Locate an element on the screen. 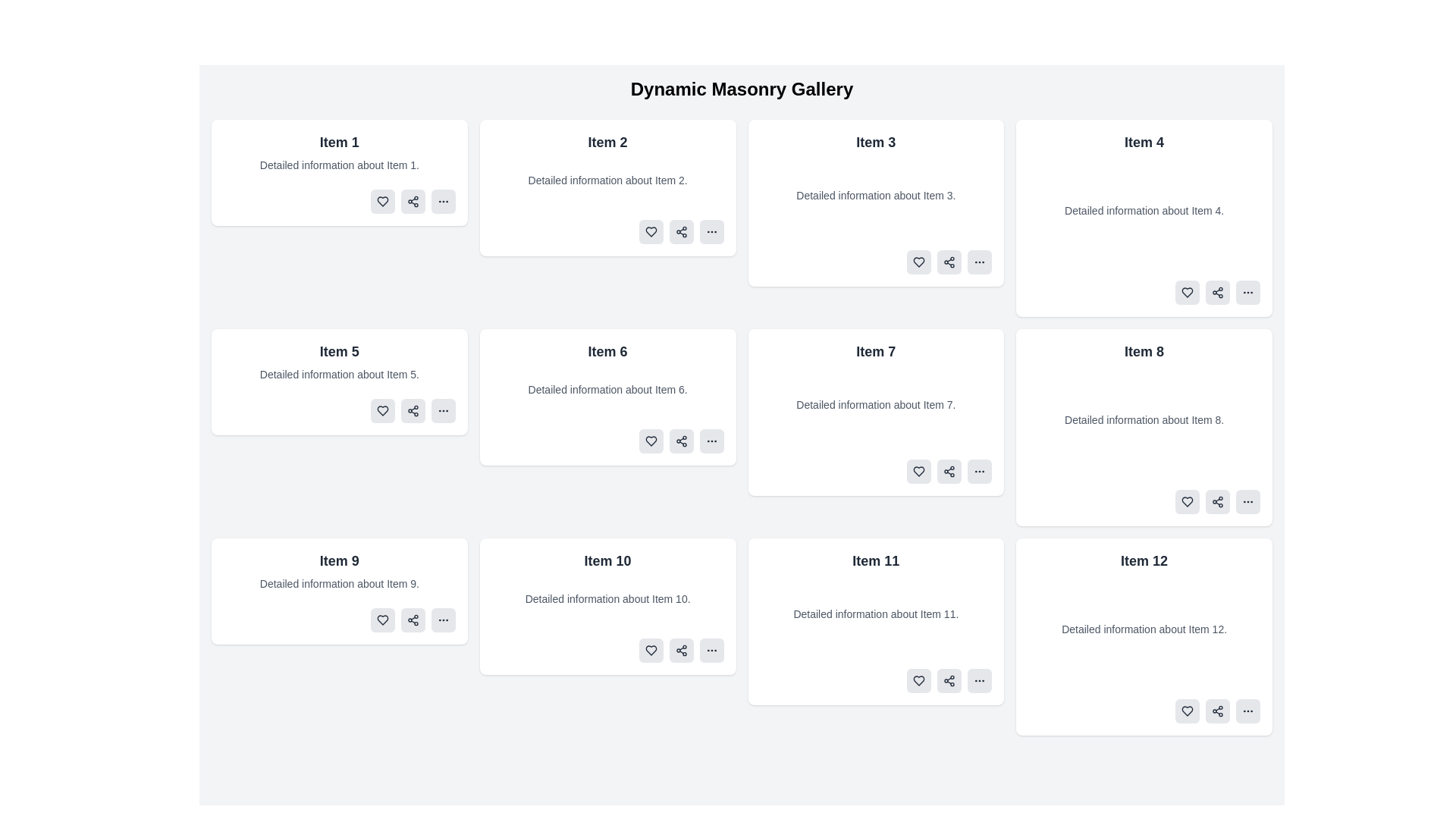  the heart icon in the bottom-left corner of the 'Item 11' card is located at coordinates (918, 680).